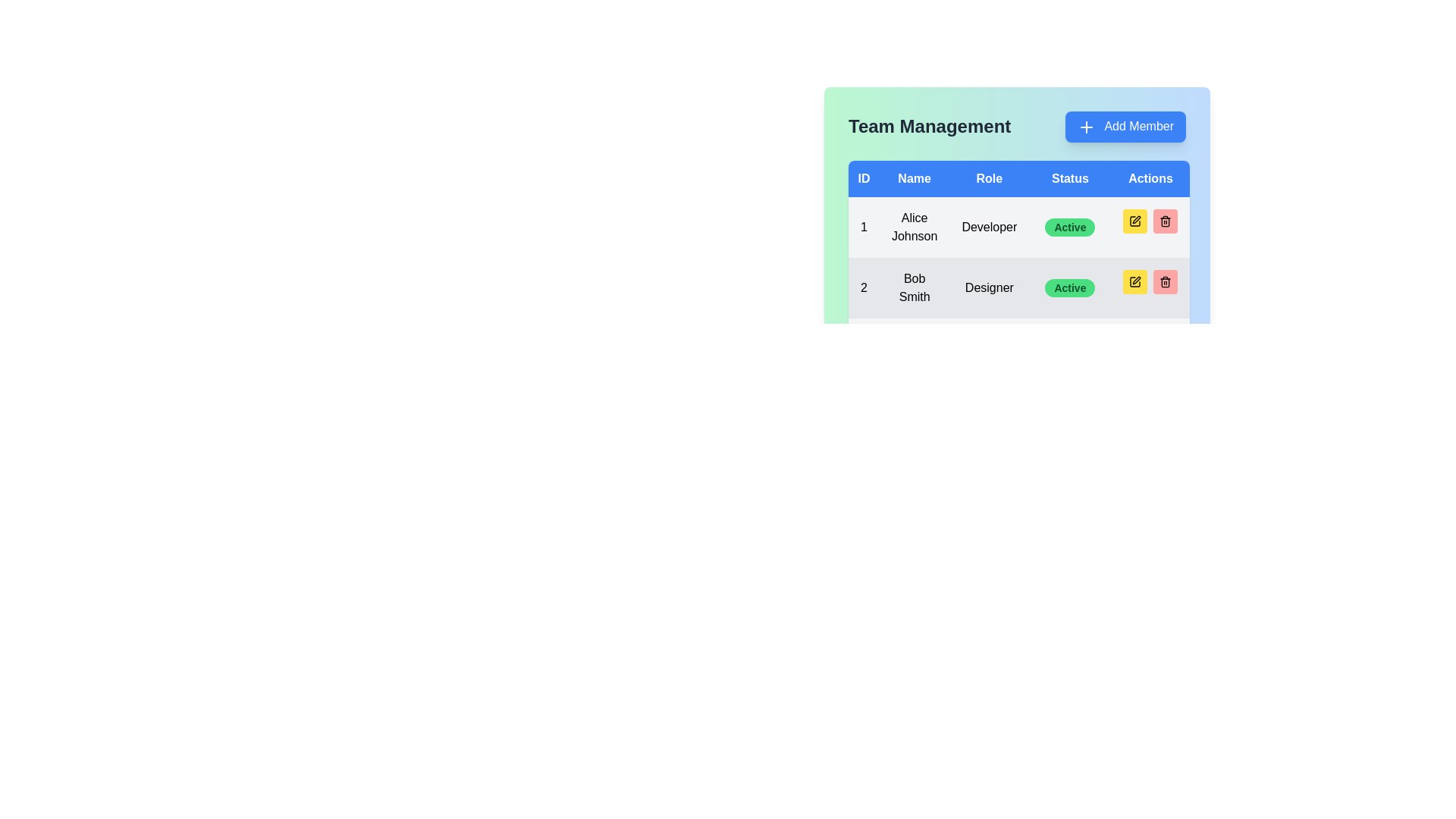  I want to click on the 'Role' header label in the blue-colored header bar, which is the third label from the left, so click(989, 177).